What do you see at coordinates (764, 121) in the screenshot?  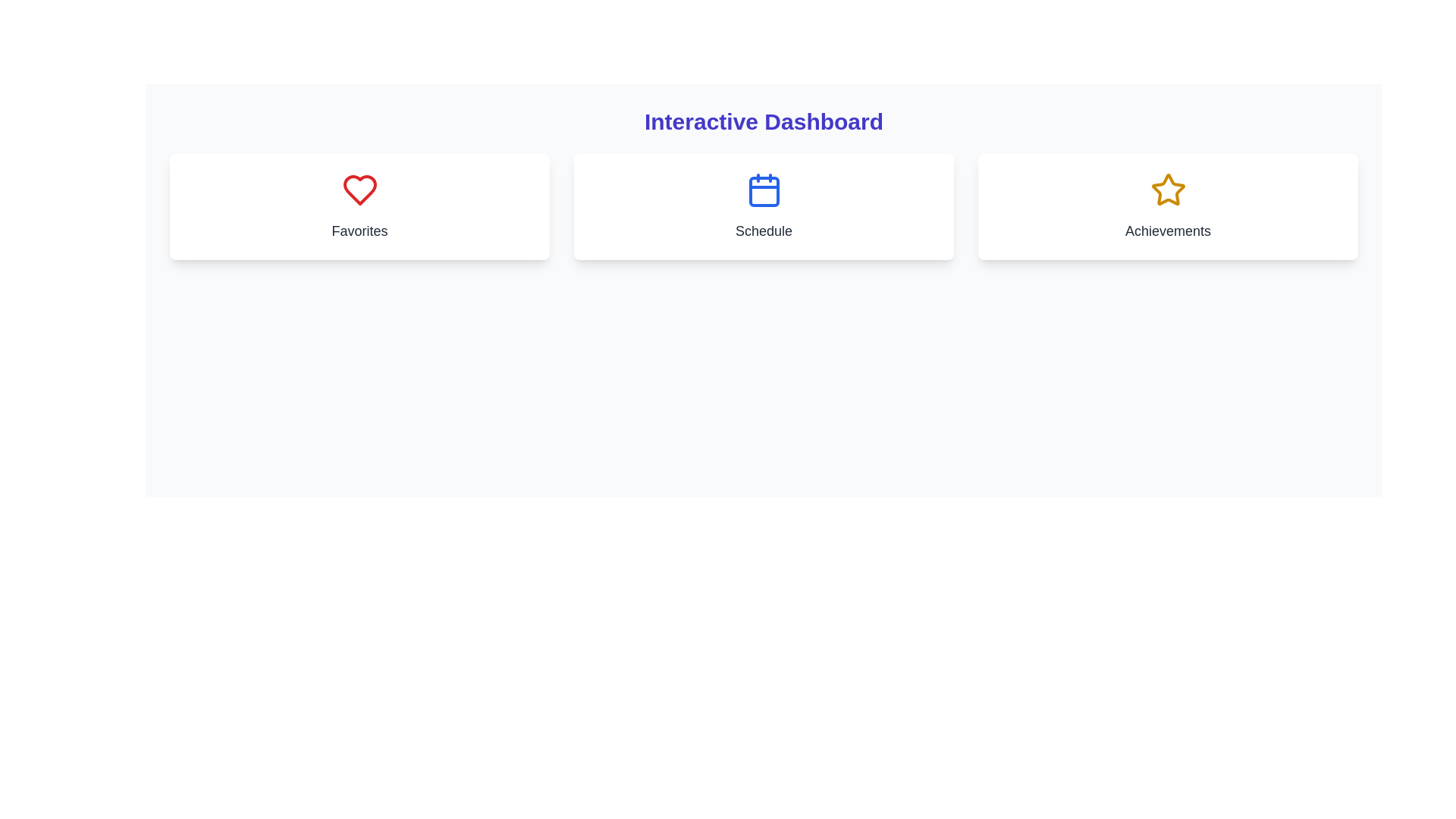 I see `the static text element that serves as the prominent title or heading for the interface, located centrally at the top of the main content area` at bounding box center [764, 121].